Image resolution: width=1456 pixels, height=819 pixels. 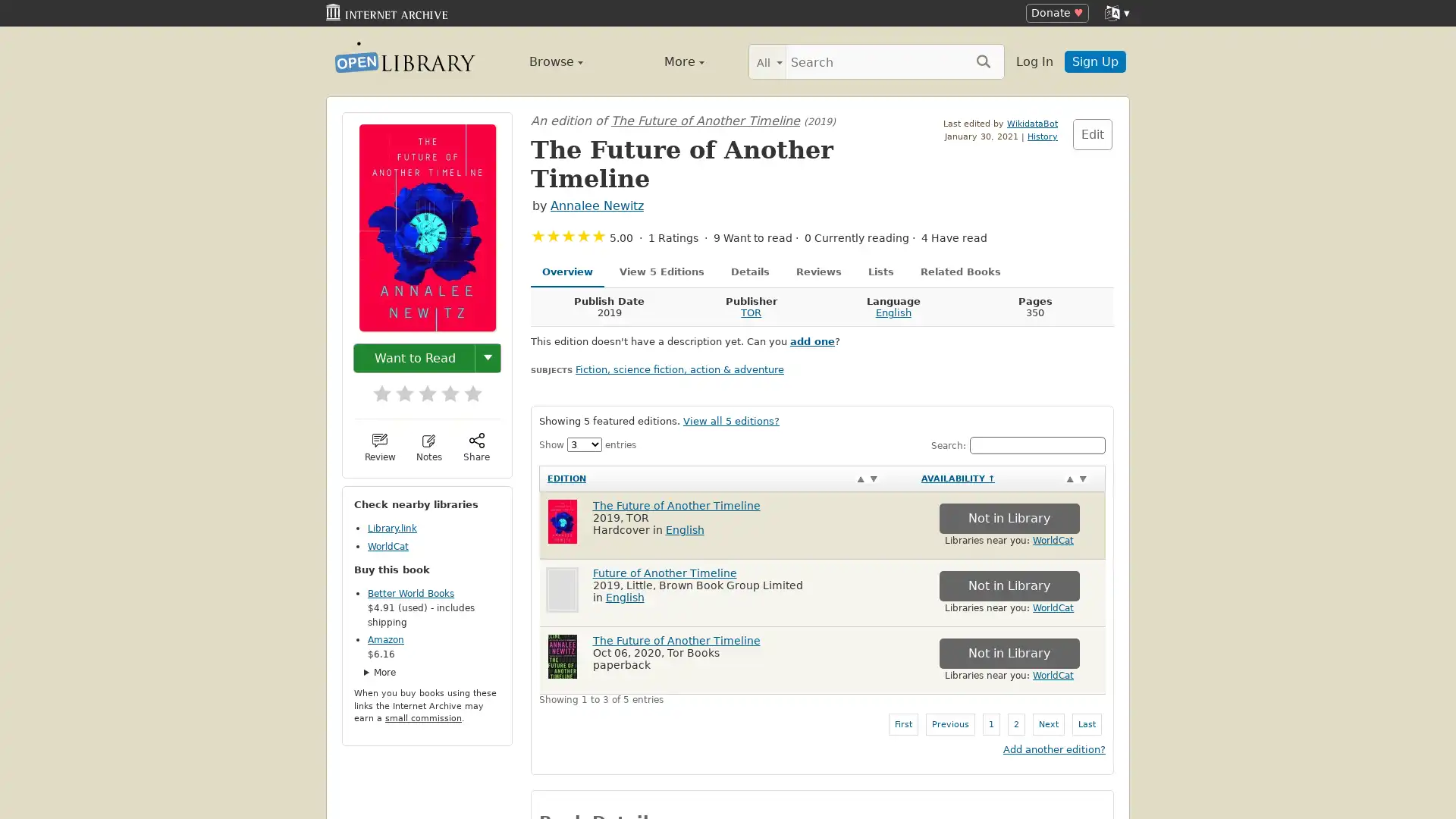 I want to click on 5, so click(x=465, y=388).